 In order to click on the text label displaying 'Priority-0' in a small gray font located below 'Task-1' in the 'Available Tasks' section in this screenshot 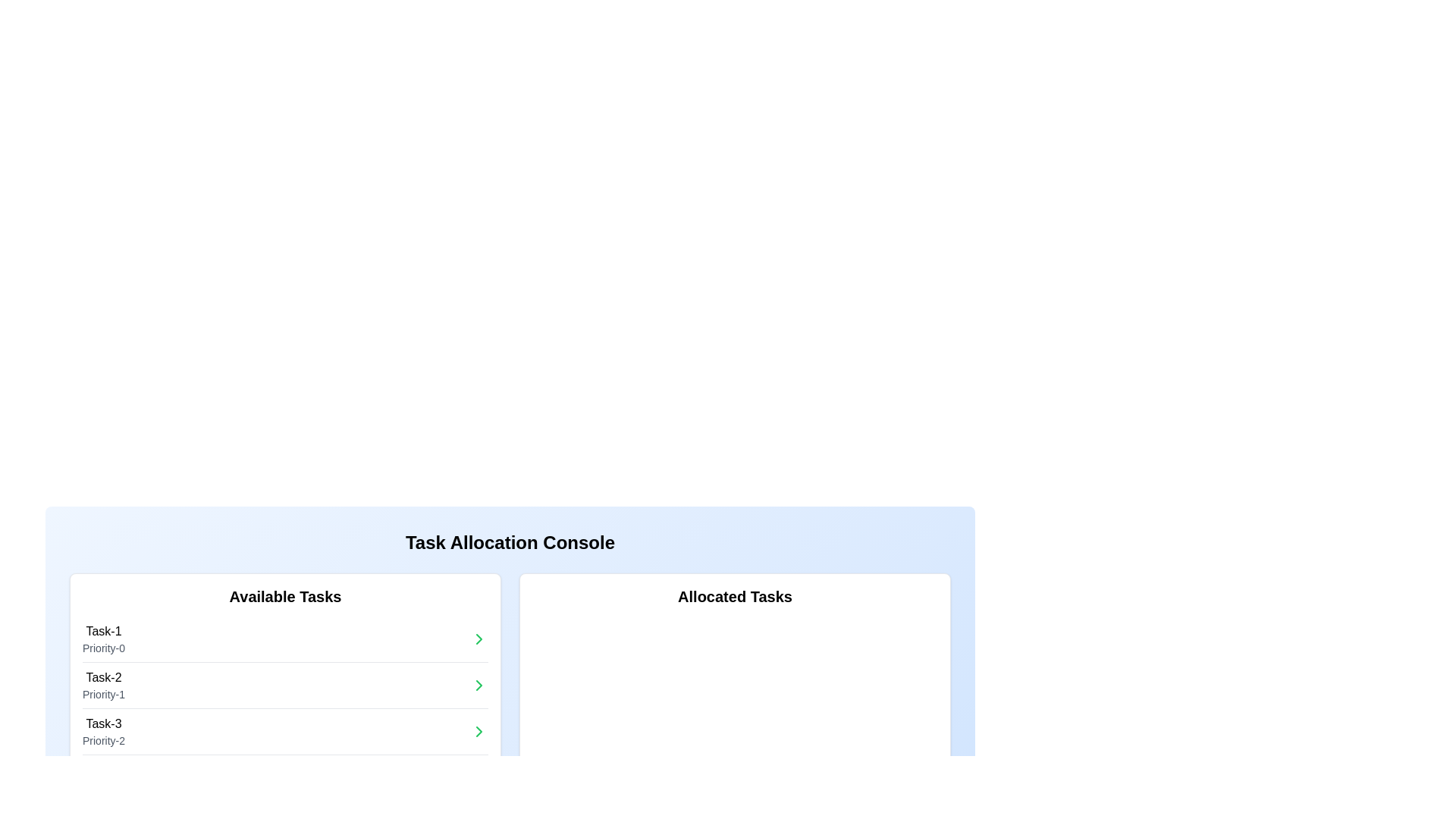, I will do `click(103, 648)`.